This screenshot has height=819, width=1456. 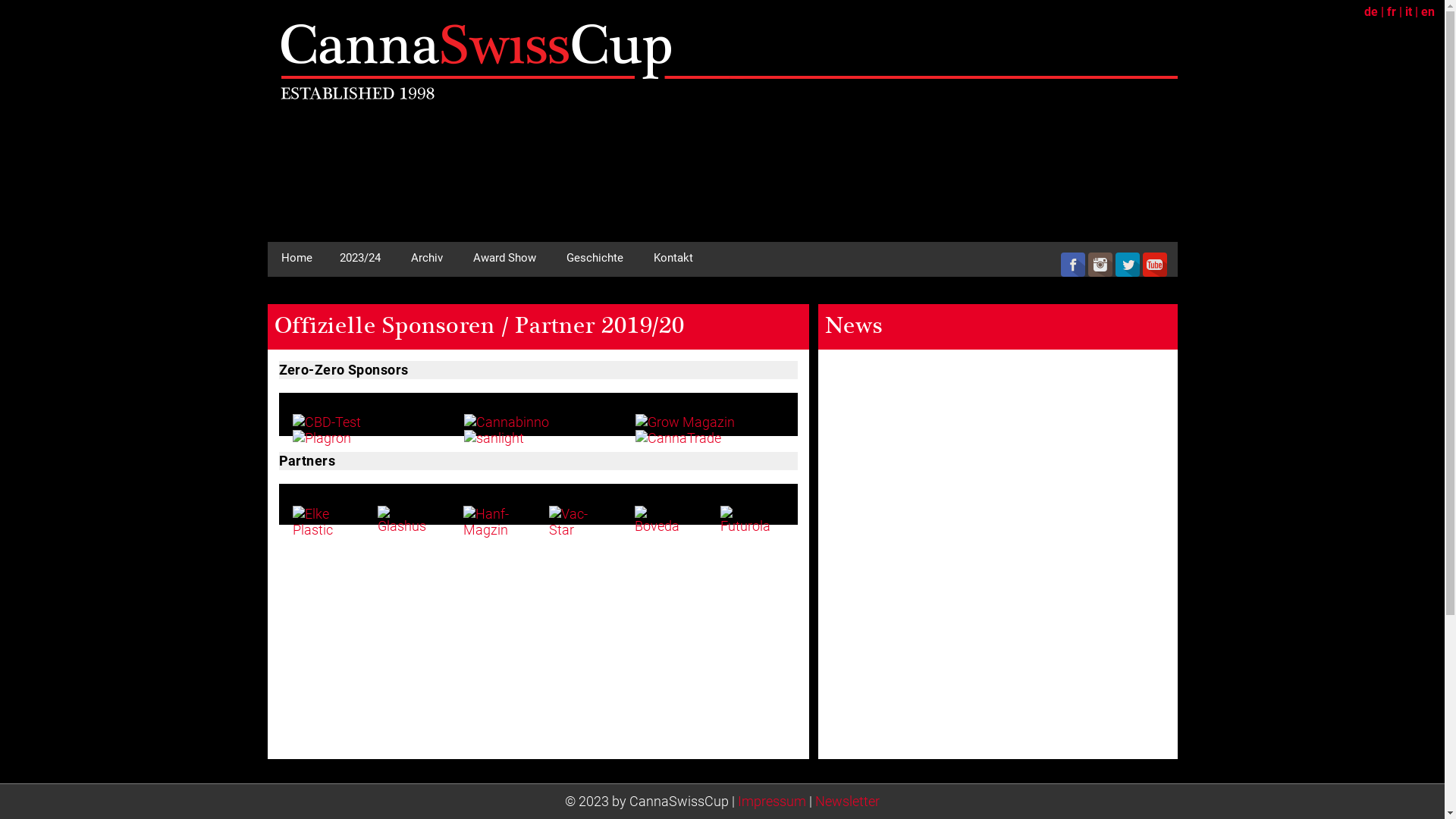 I want to click on 'twitter', so click(x=1127, y=263).